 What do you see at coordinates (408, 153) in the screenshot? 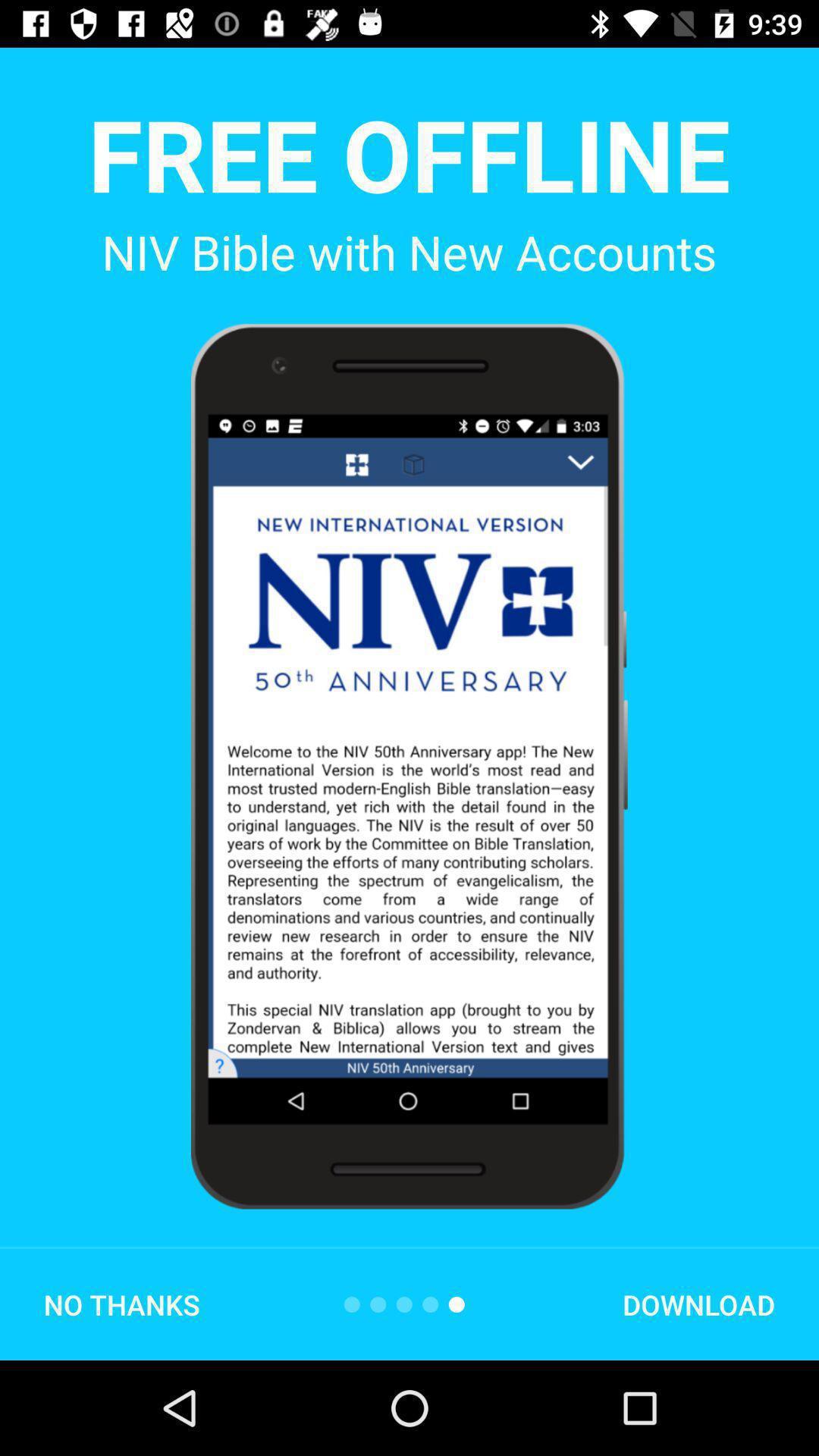
I see `free offline item` at bounding box center [408, 153].